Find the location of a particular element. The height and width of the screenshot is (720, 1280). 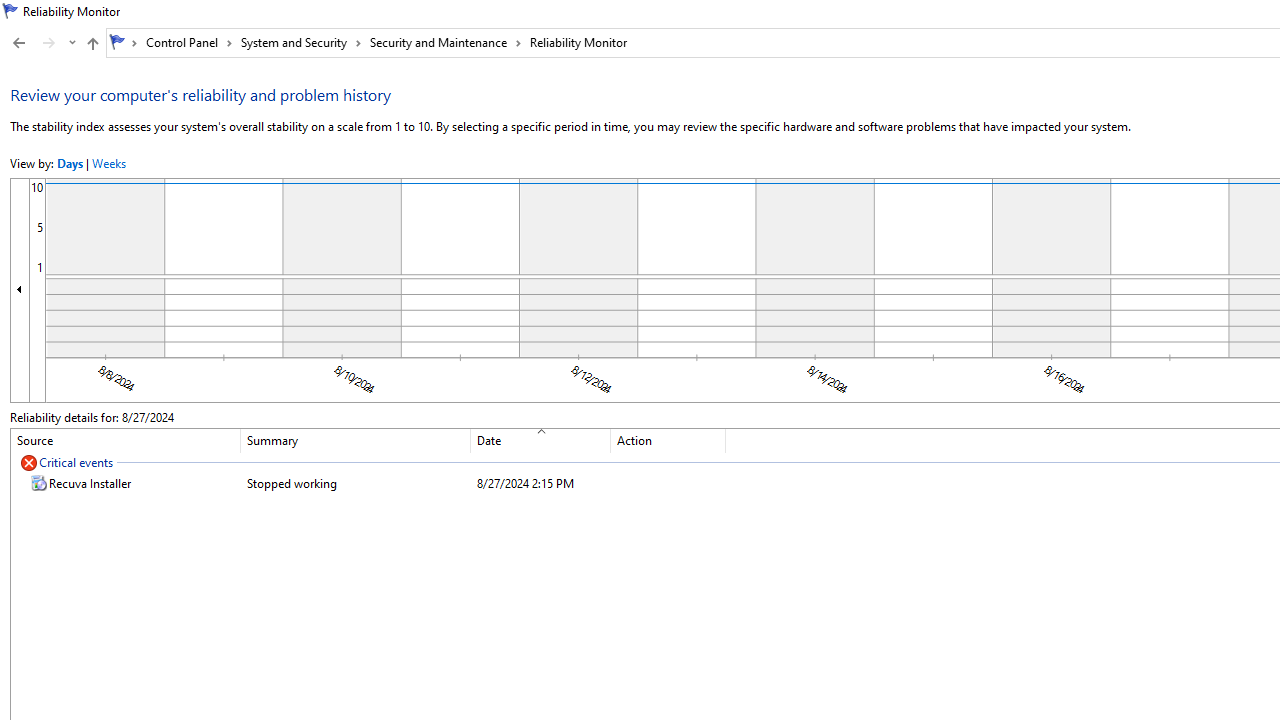

'ScrollLeft' is located at coordinates (20, 289).